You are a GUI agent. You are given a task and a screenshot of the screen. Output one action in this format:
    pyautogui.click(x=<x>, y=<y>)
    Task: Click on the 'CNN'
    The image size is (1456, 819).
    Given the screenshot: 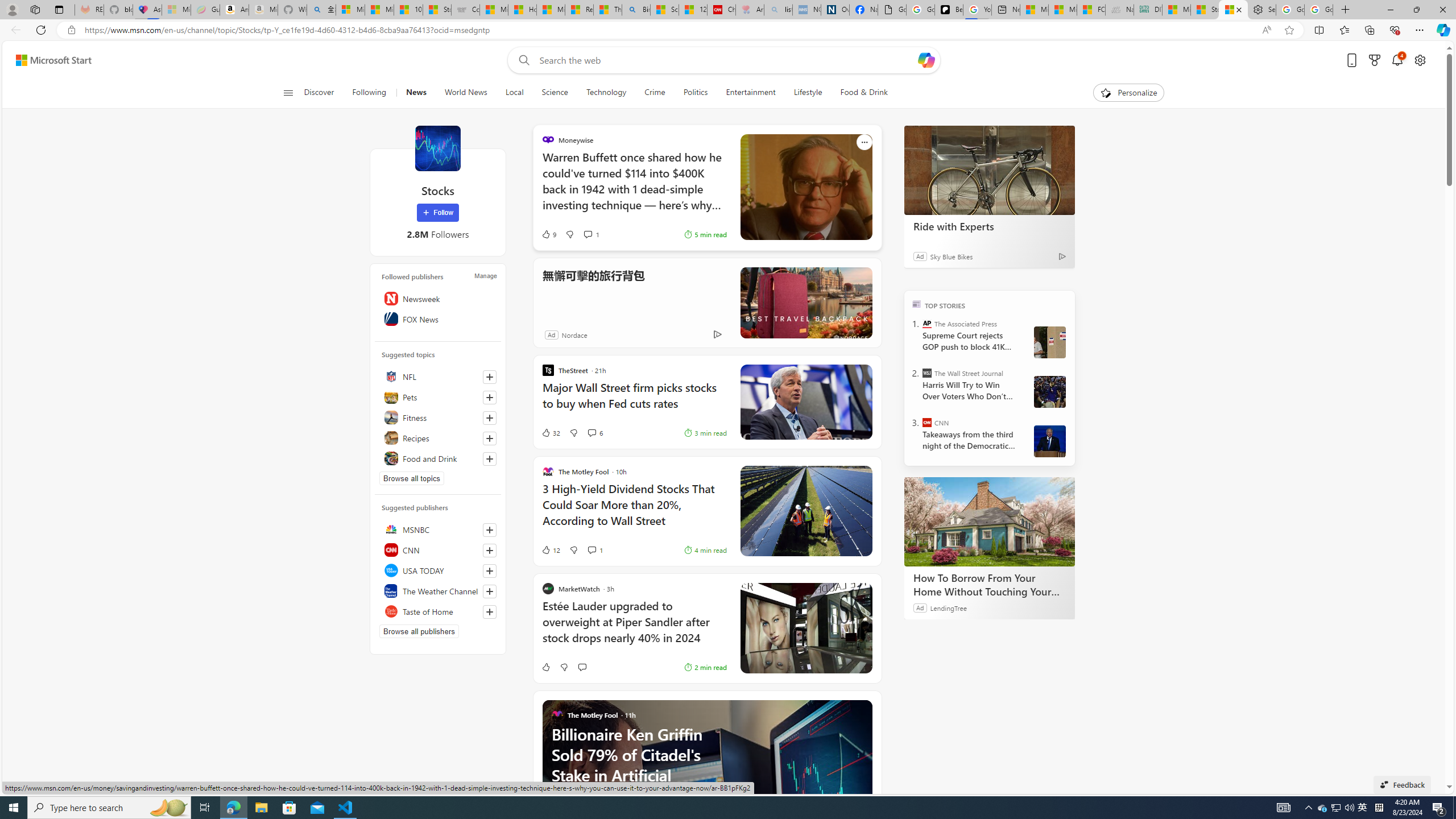 What is the action you would take?
    pyautogui.click(x=927, y=422)
    